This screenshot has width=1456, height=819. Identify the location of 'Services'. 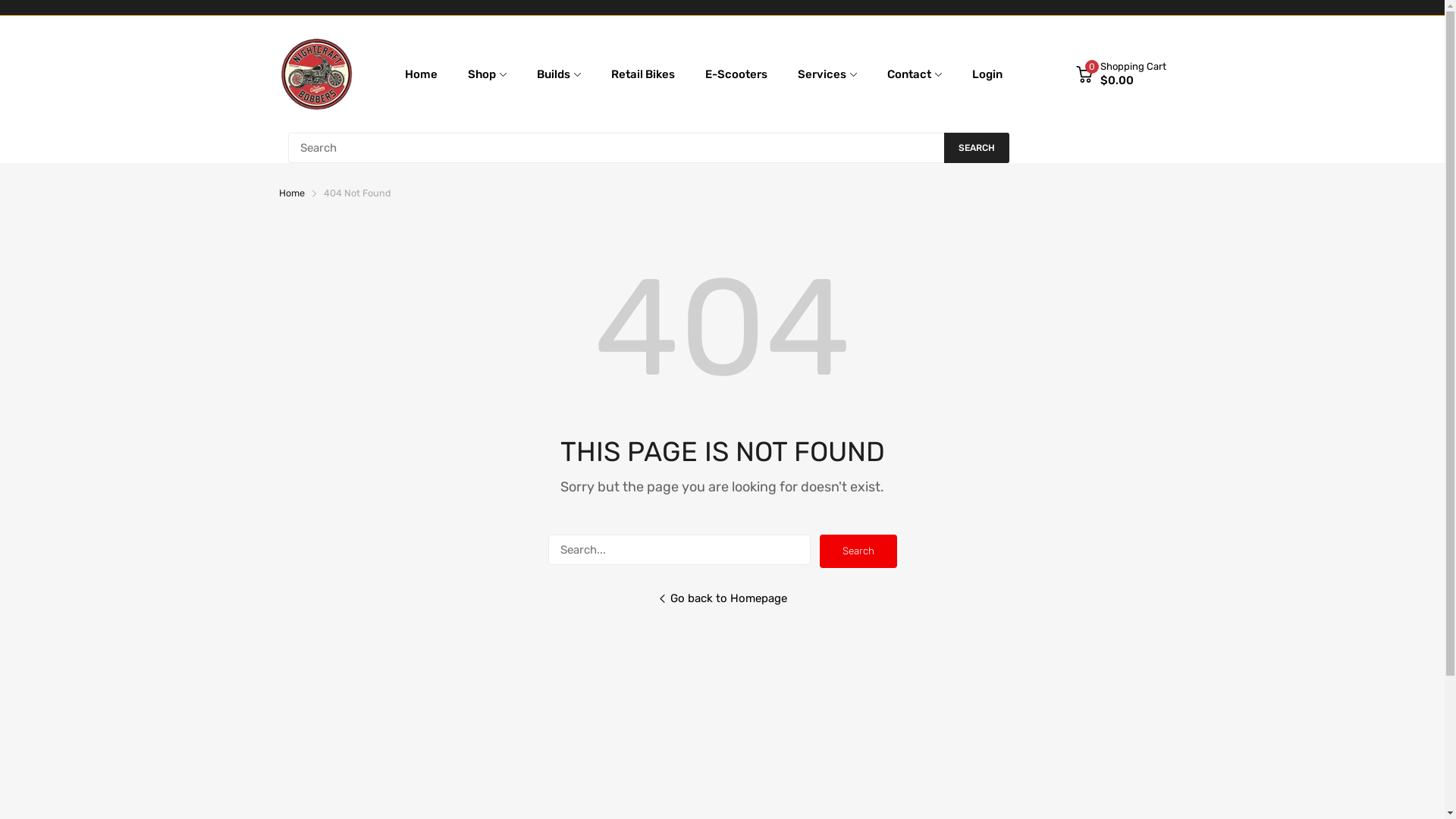
(821, 74).